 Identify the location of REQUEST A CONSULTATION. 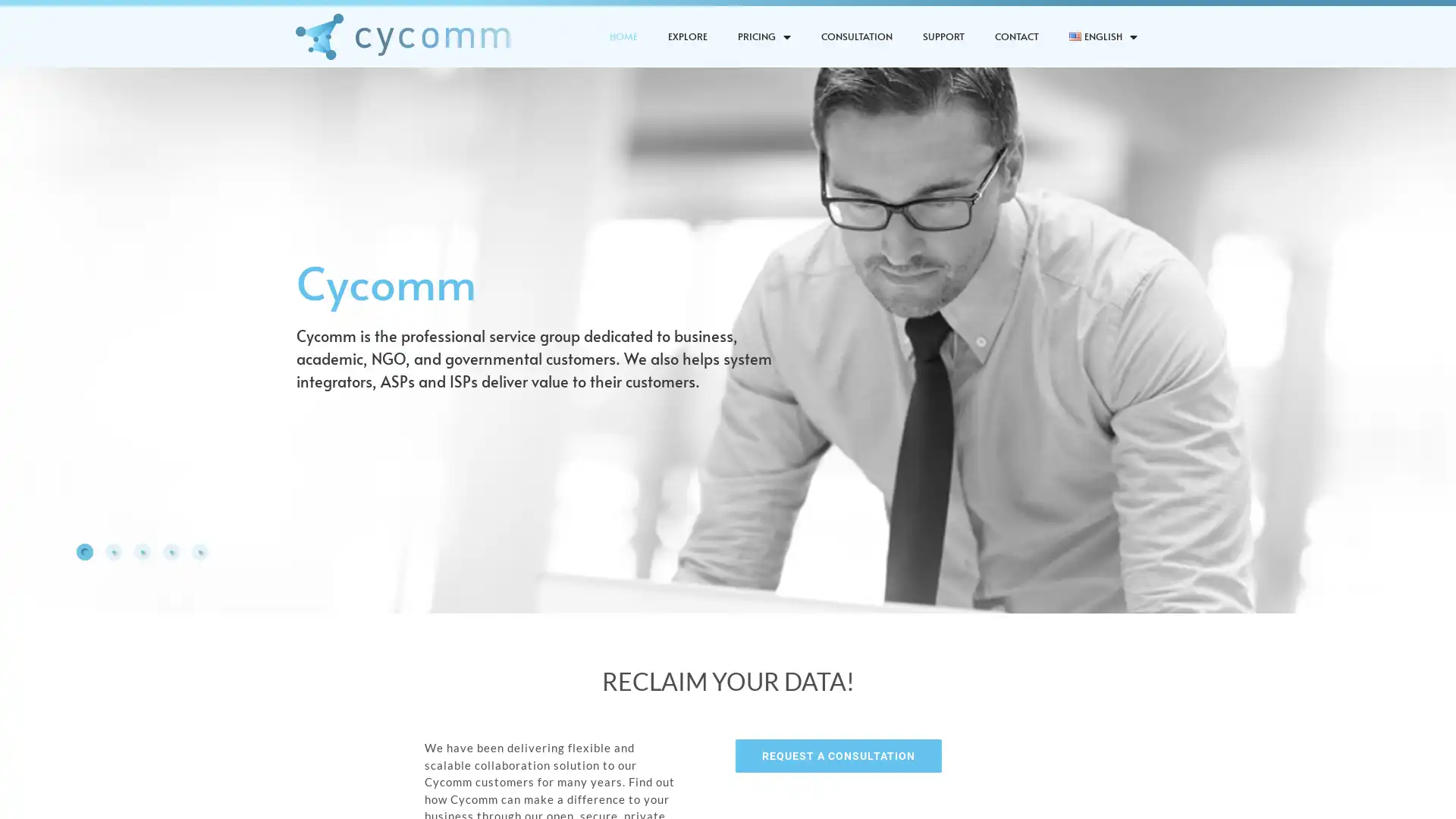
(837, 755).